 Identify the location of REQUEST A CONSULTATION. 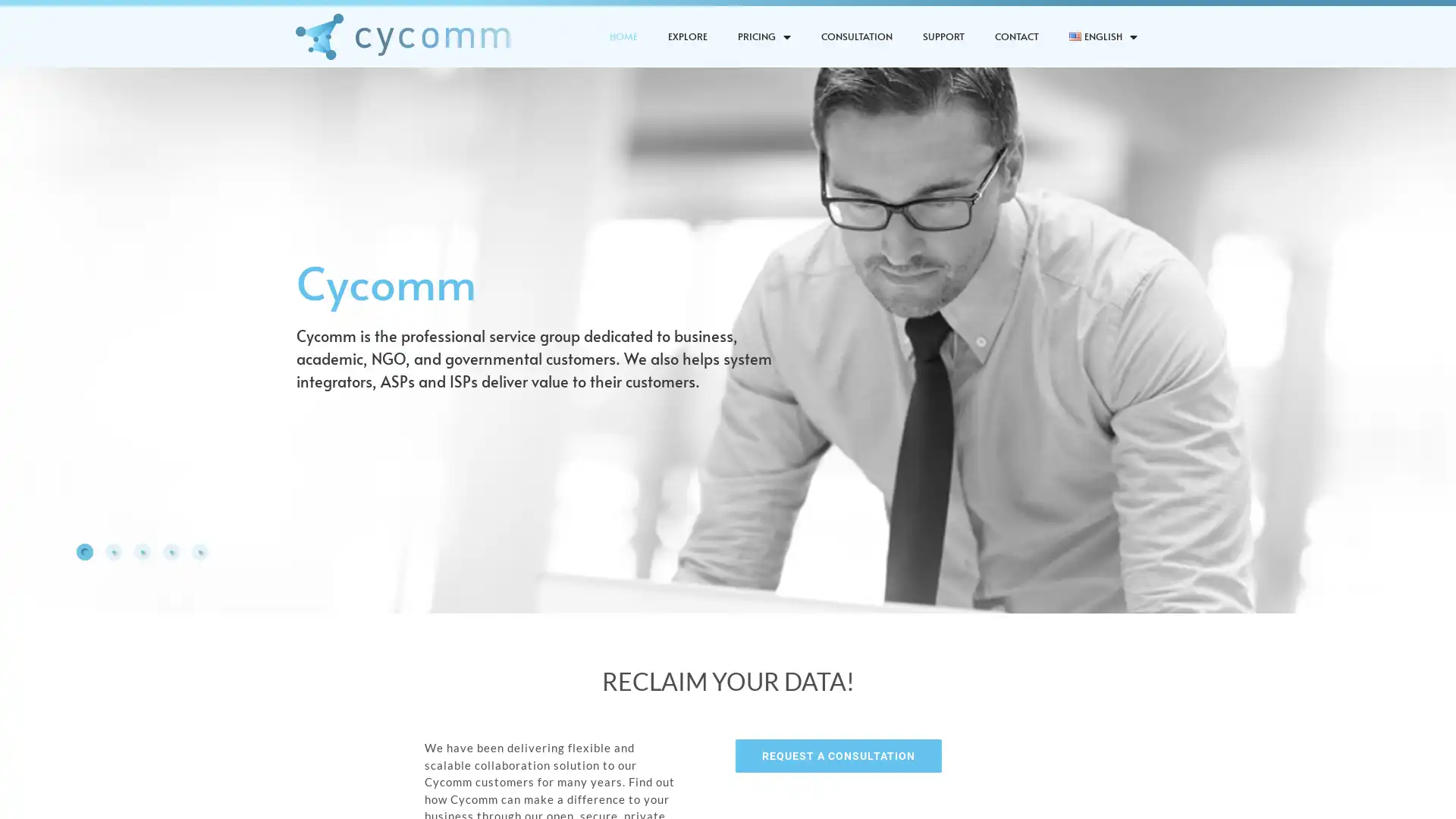
(837, 755).